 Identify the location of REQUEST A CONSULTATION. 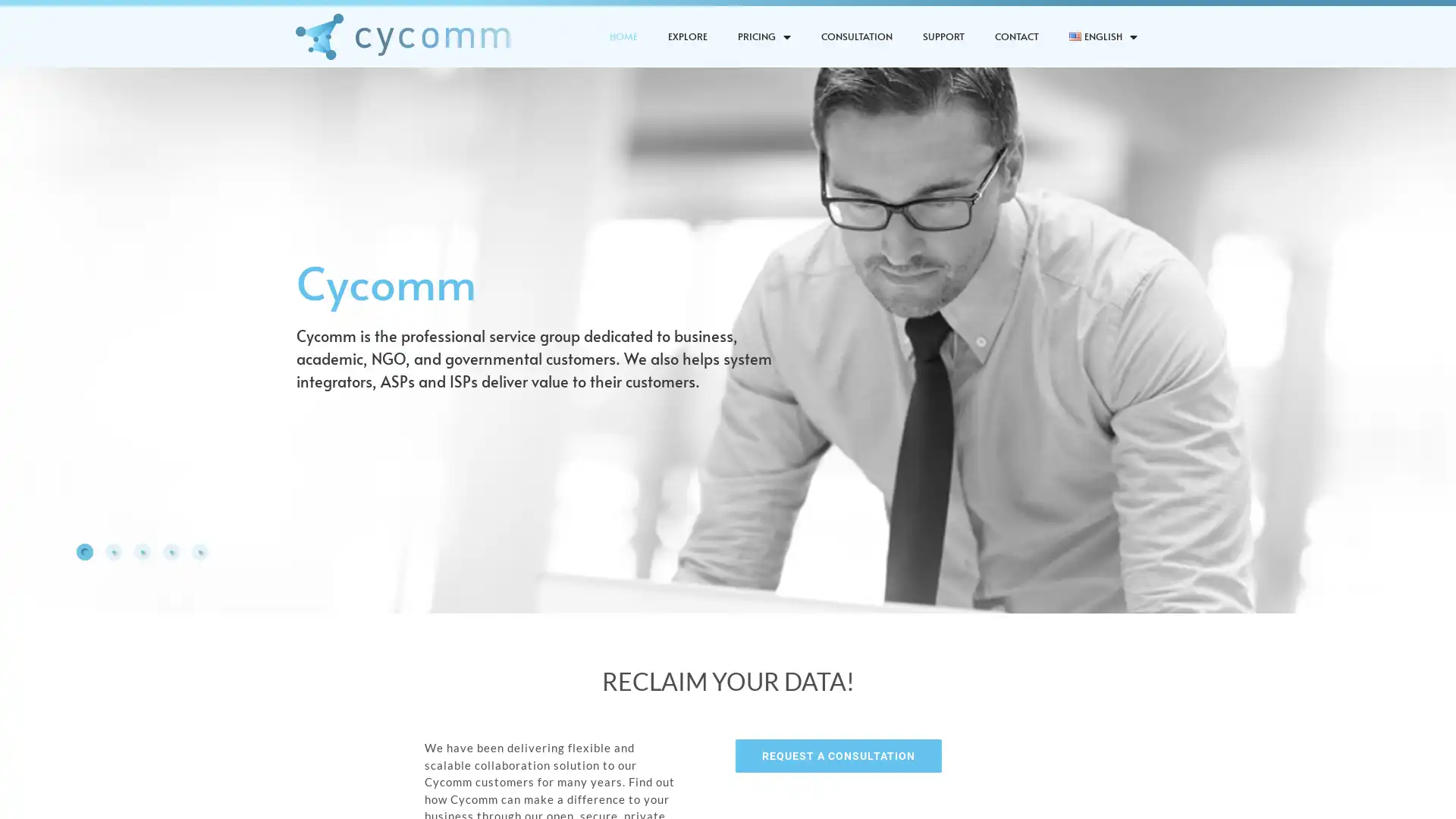
(837, 755).